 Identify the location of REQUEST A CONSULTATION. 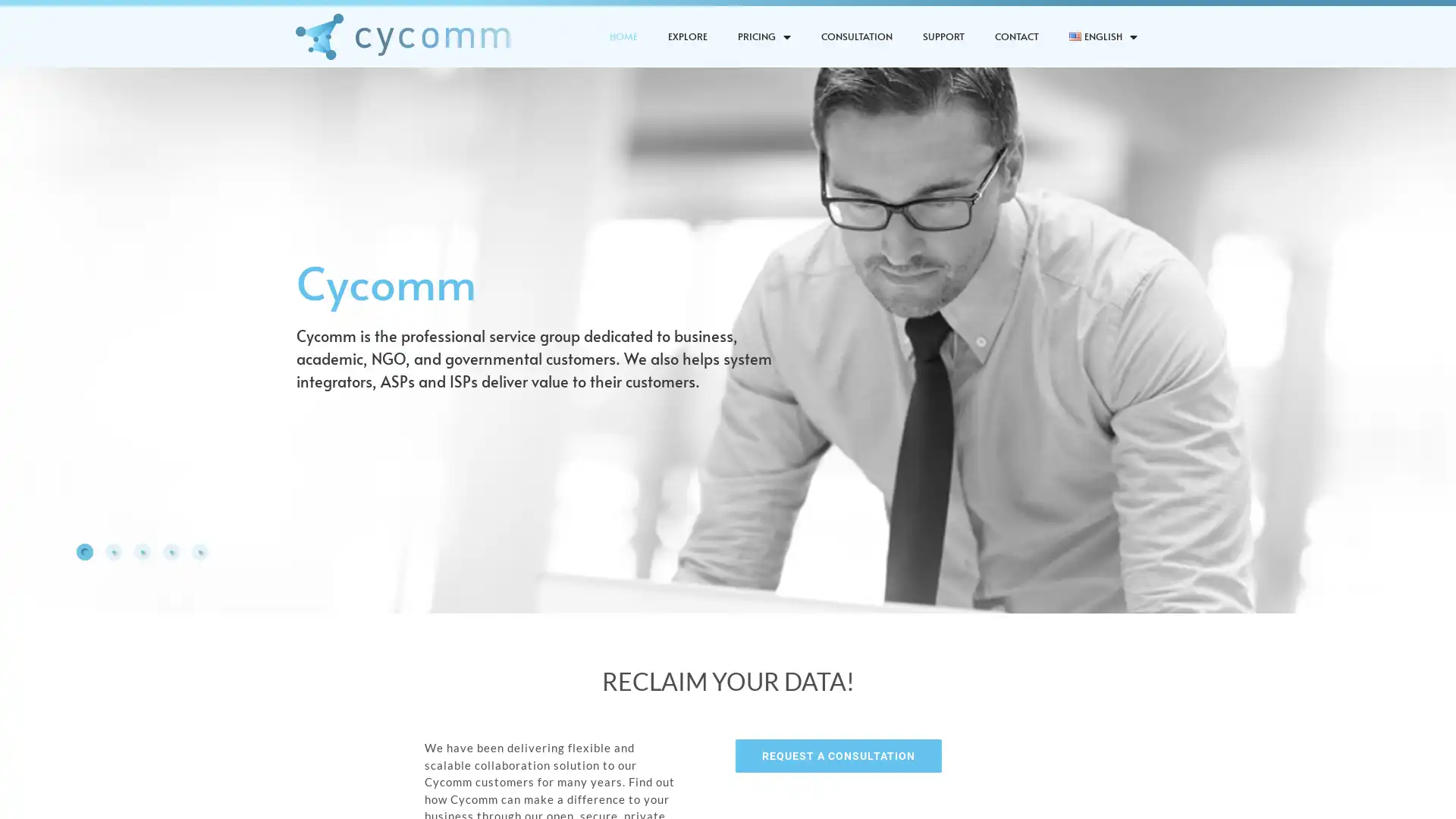
(837, 755).